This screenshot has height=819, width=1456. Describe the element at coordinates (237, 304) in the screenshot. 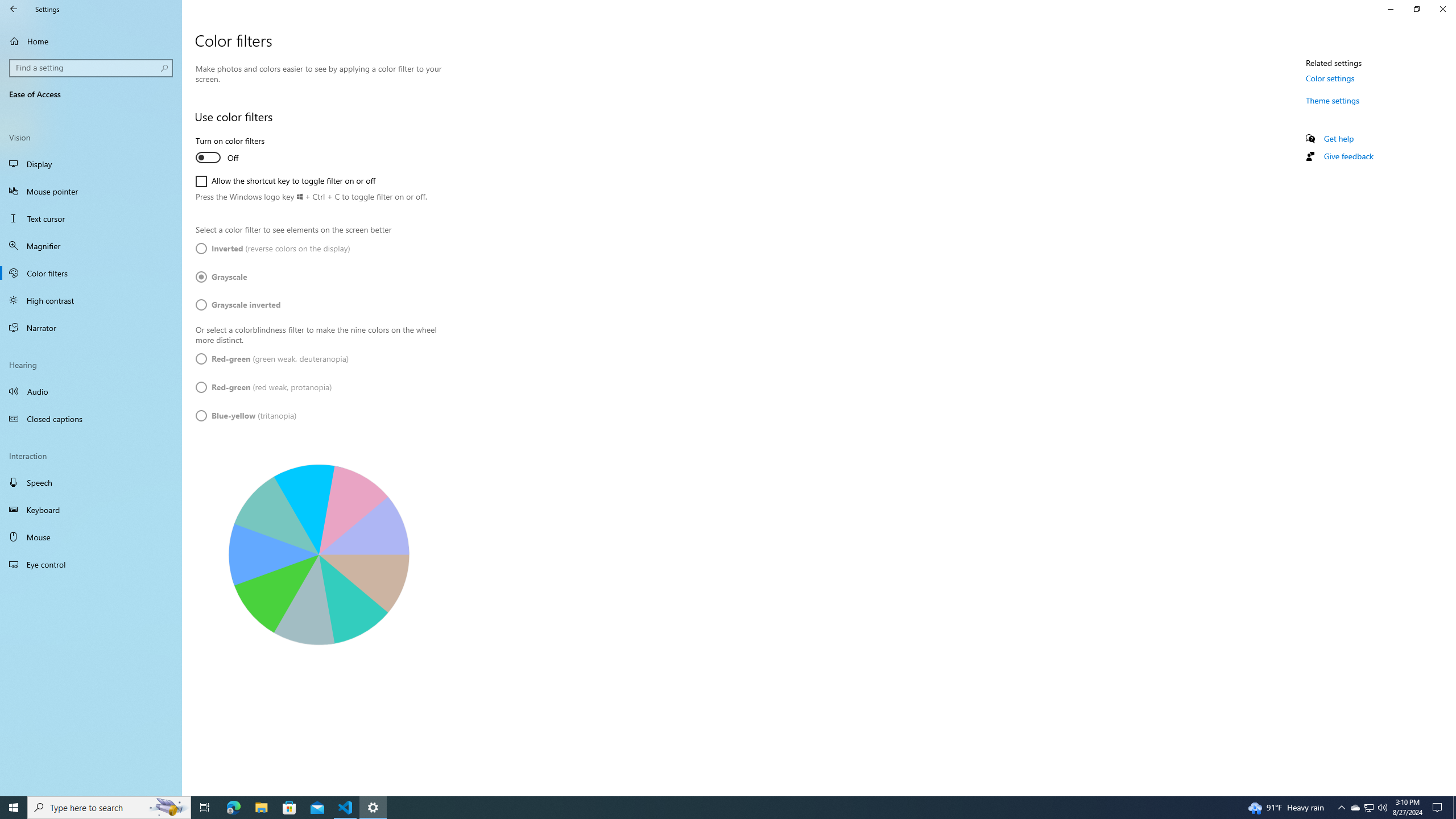

I see `'Grayscale inverted'` at that location.